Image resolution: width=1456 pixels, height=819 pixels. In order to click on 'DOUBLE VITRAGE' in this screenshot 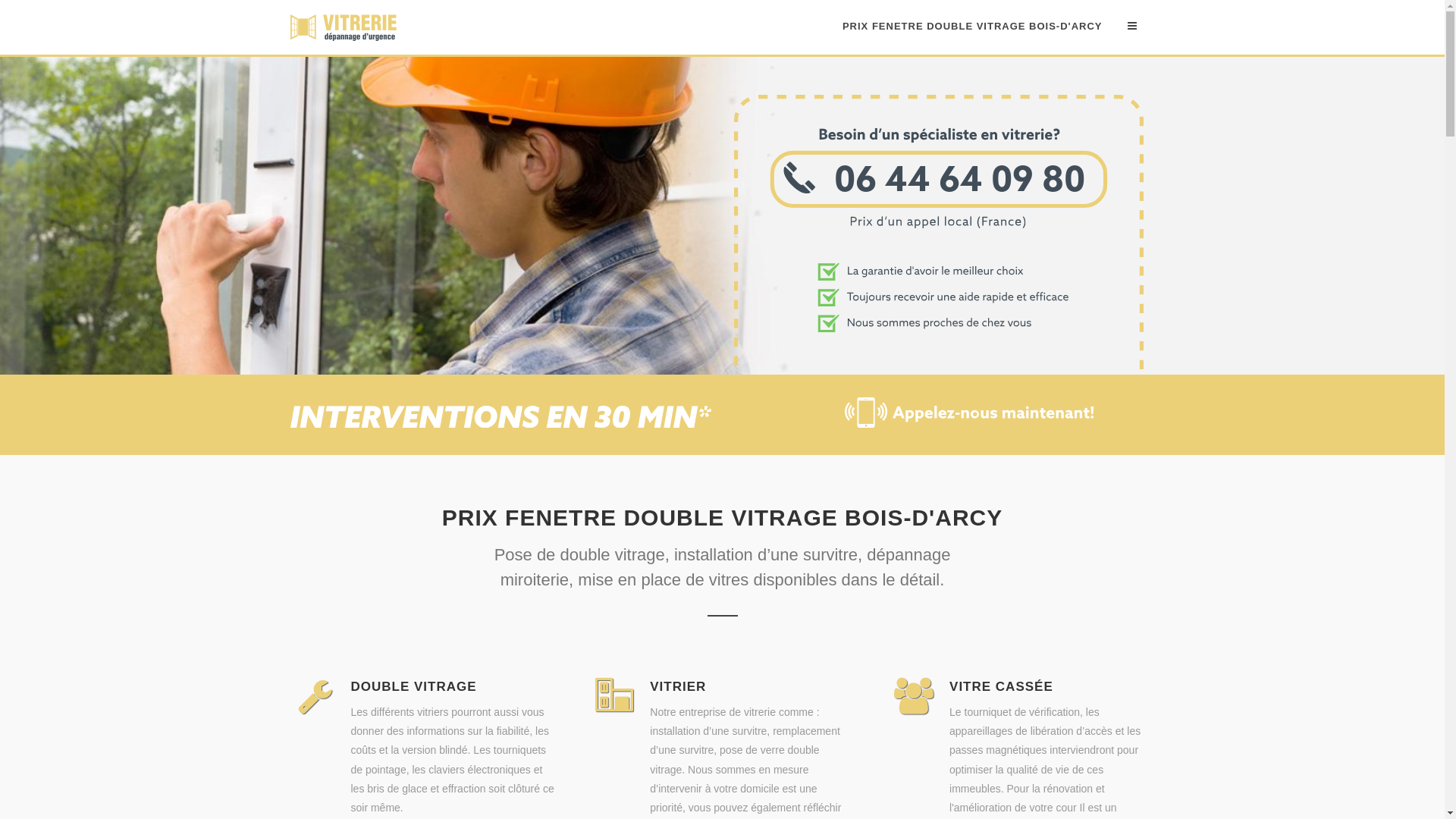, I will do `click(349, 686)`.